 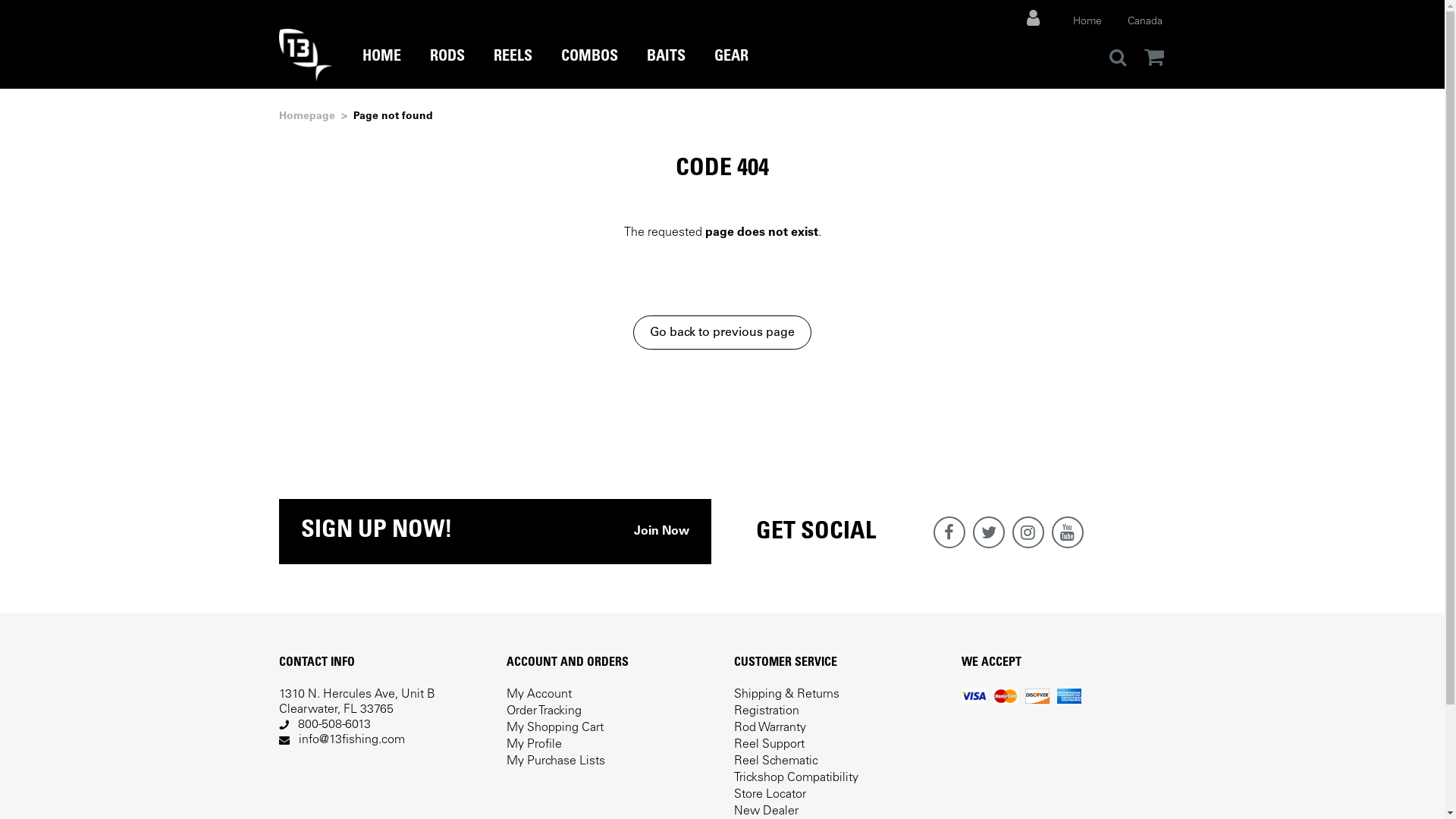 What do you see at coordinates (554, 727) in the screenshot?
I see `'My Shopping Cart'` at bounding box center [554, 727].